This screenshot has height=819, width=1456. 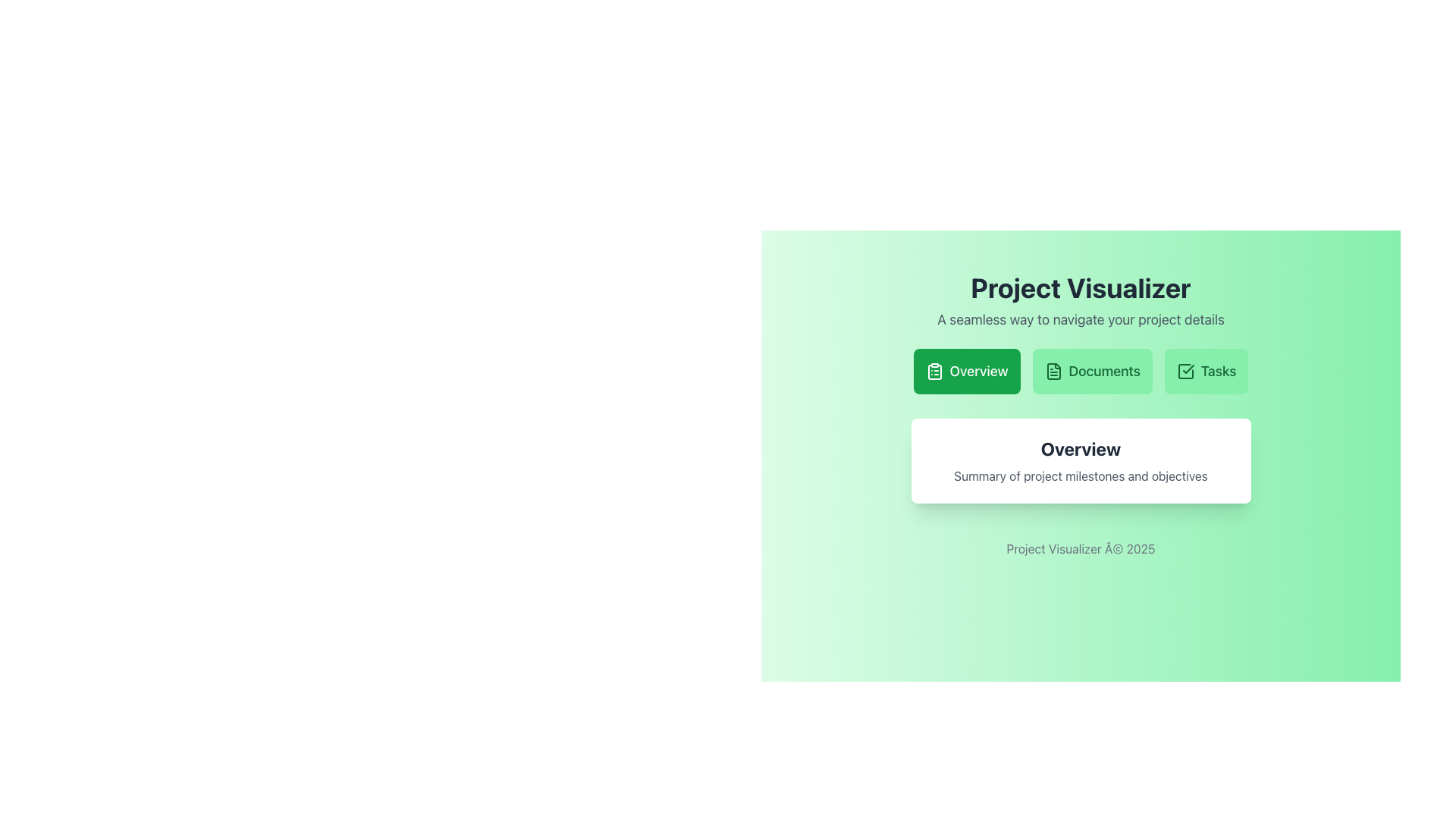 I want to click on the green rectangular button labeled 'Documents' located between the 'Overview' and 'Tasks' buttons, so click(x=1092, y=371).